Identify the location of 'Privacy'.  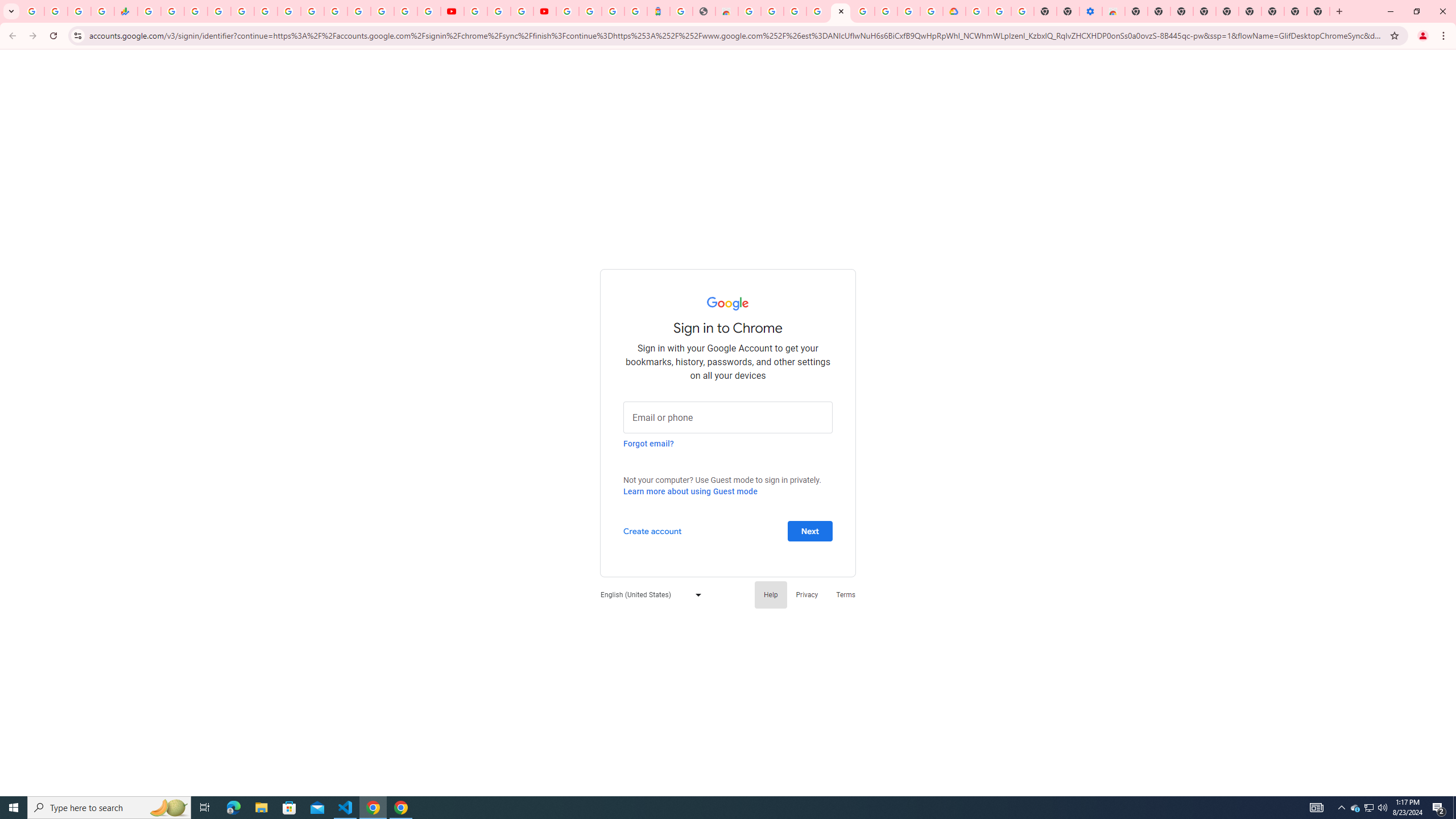
(806, 594).